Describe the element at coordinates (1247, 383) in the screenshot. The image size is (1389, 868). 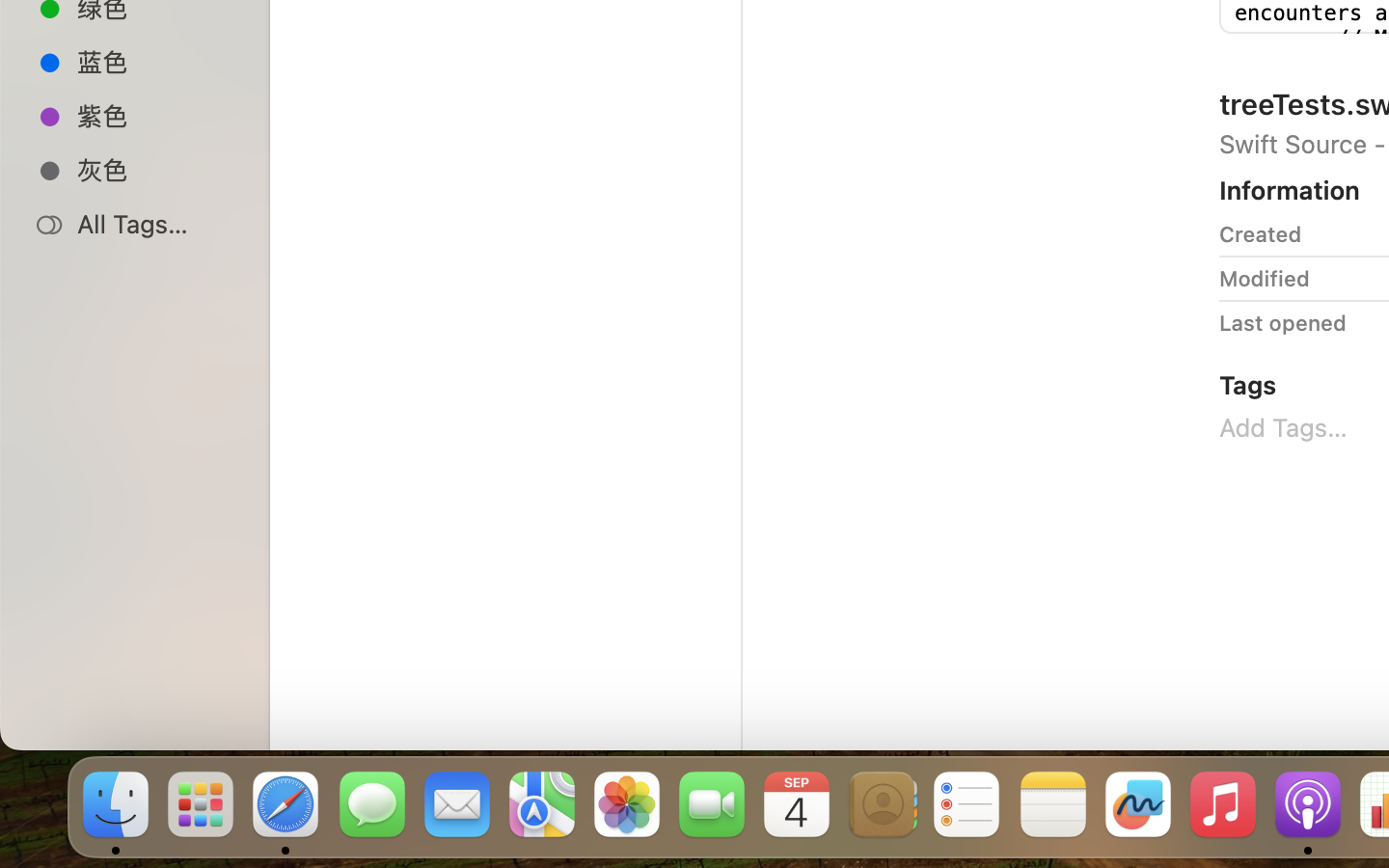
I see `'Tags'` at that location.